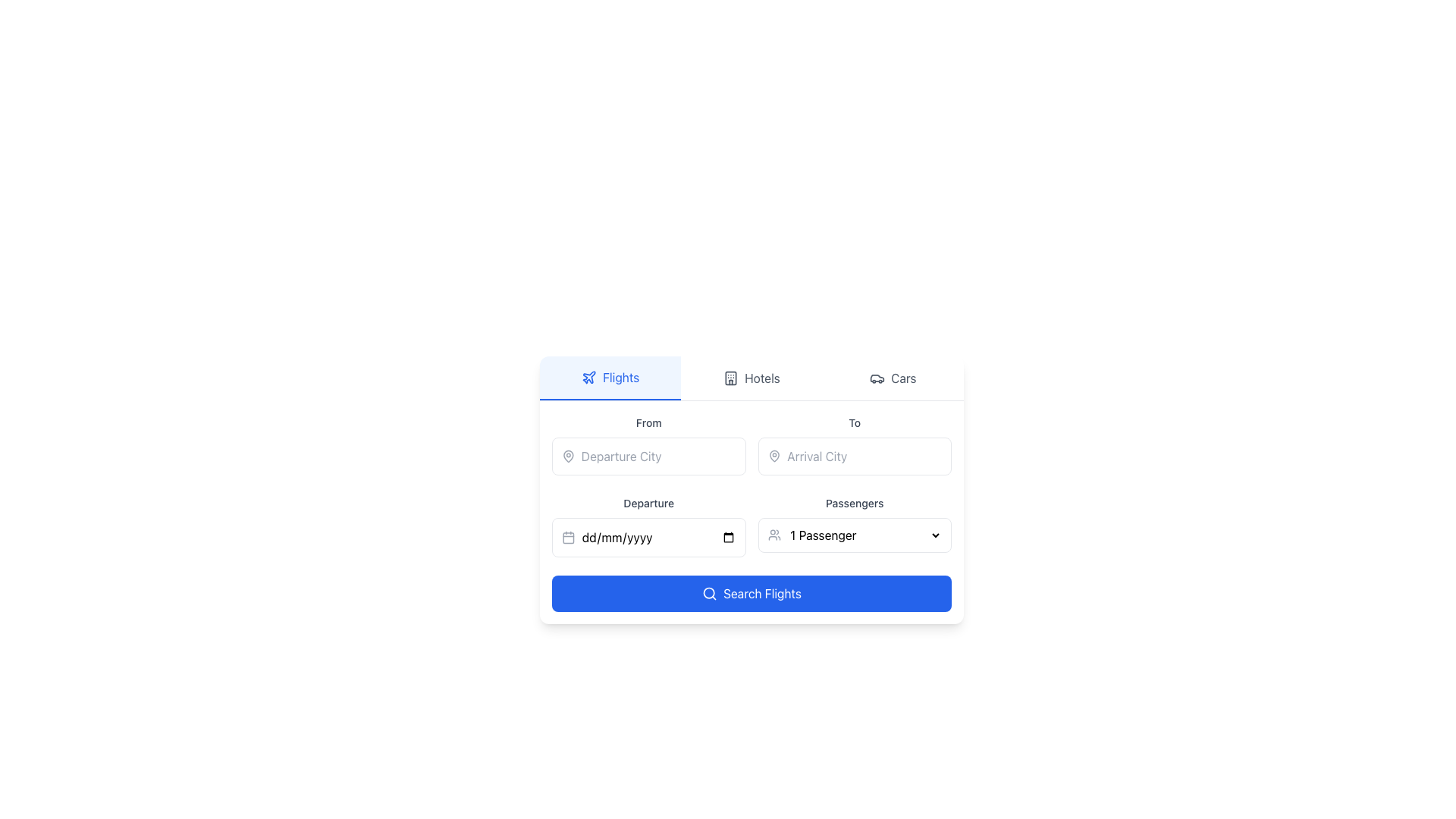 This screenshot has height=819, width=1456. I want to click on the SVG icon of a car located in the 'Cars' section of the tabbed interface, positioned to the left of the text 'Cars', so click(877, 377).